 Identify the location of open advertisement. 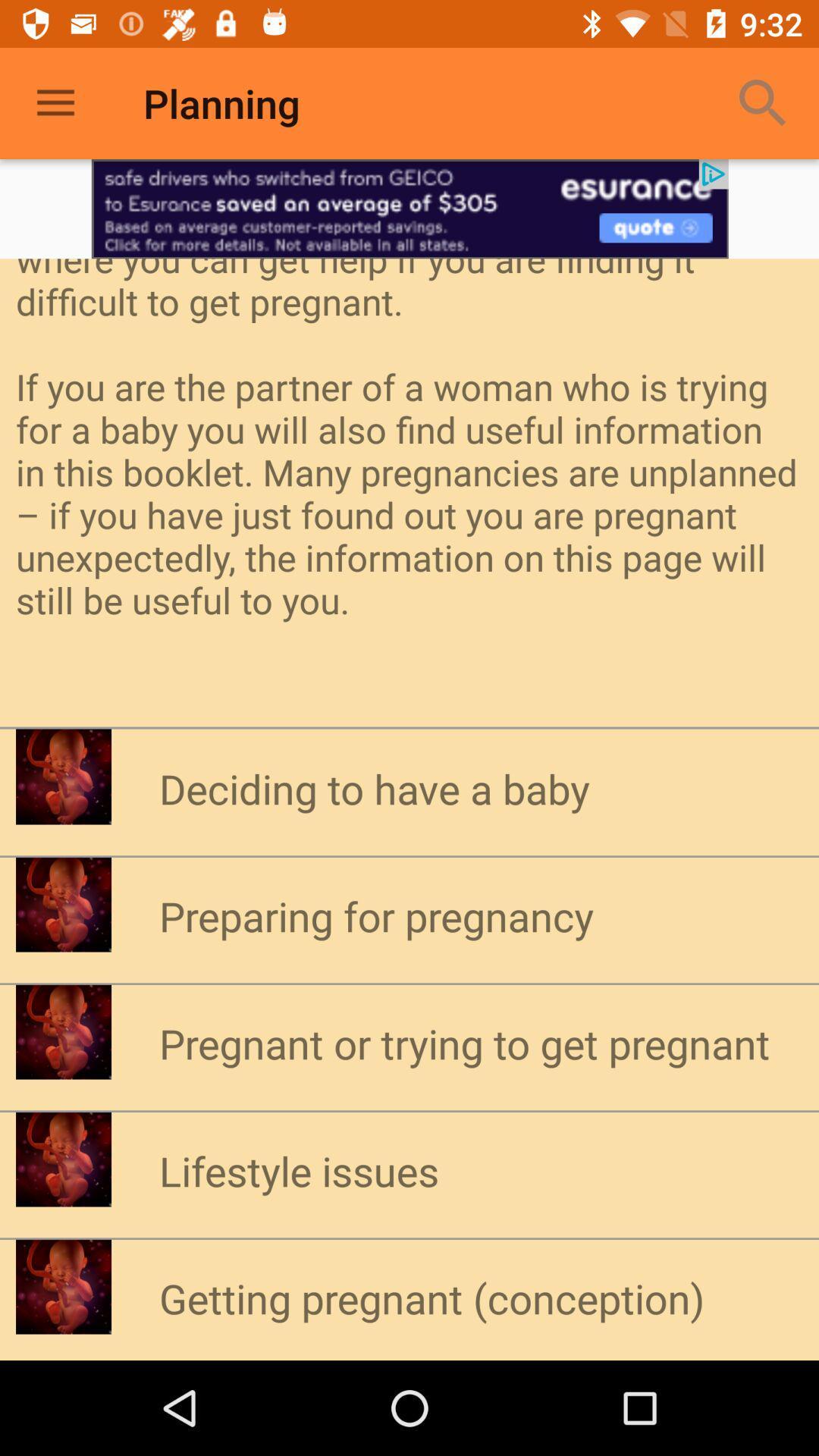
(409, 208).